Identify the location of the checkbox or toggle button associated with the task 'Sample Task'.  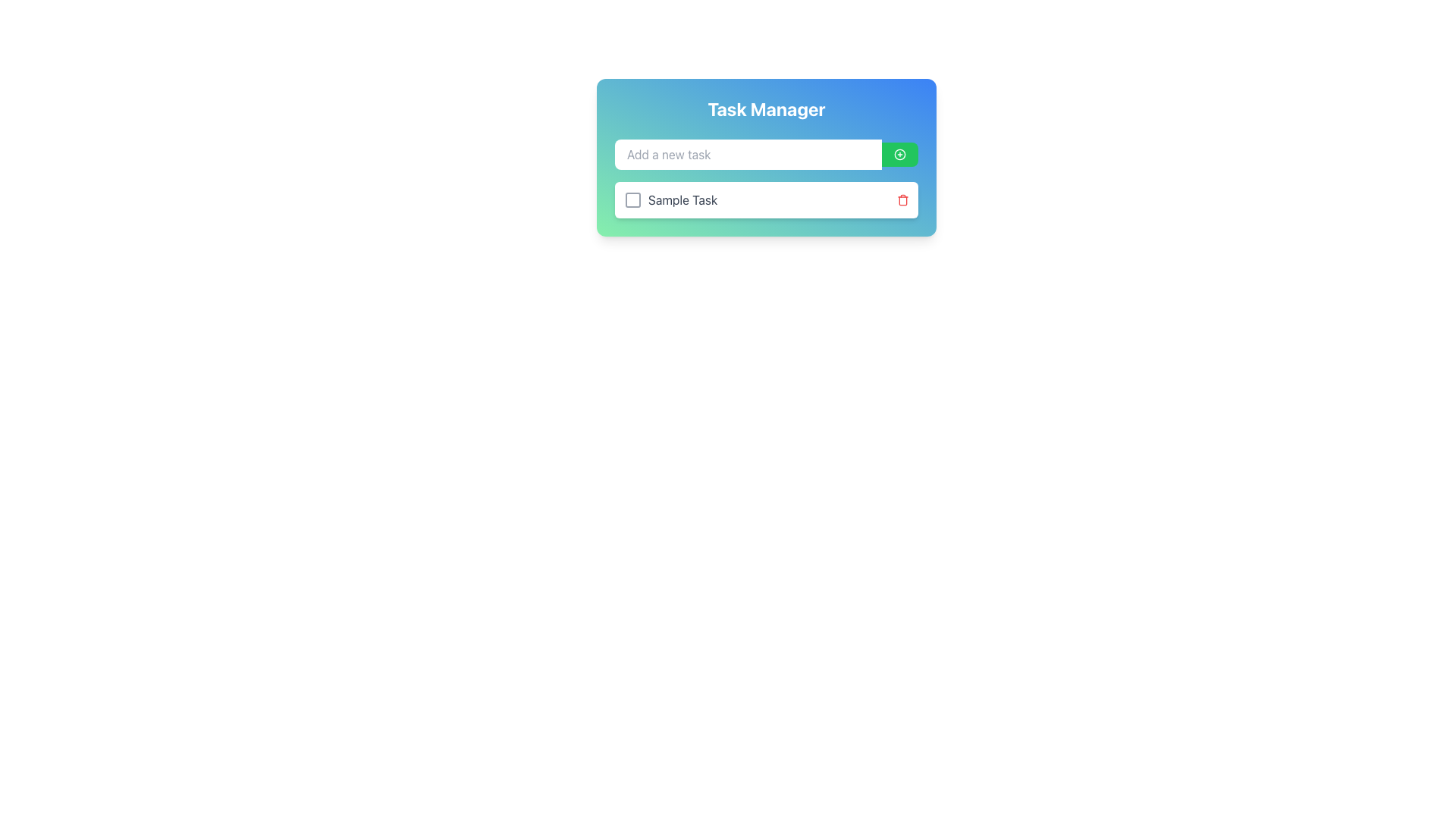
(633, 199).